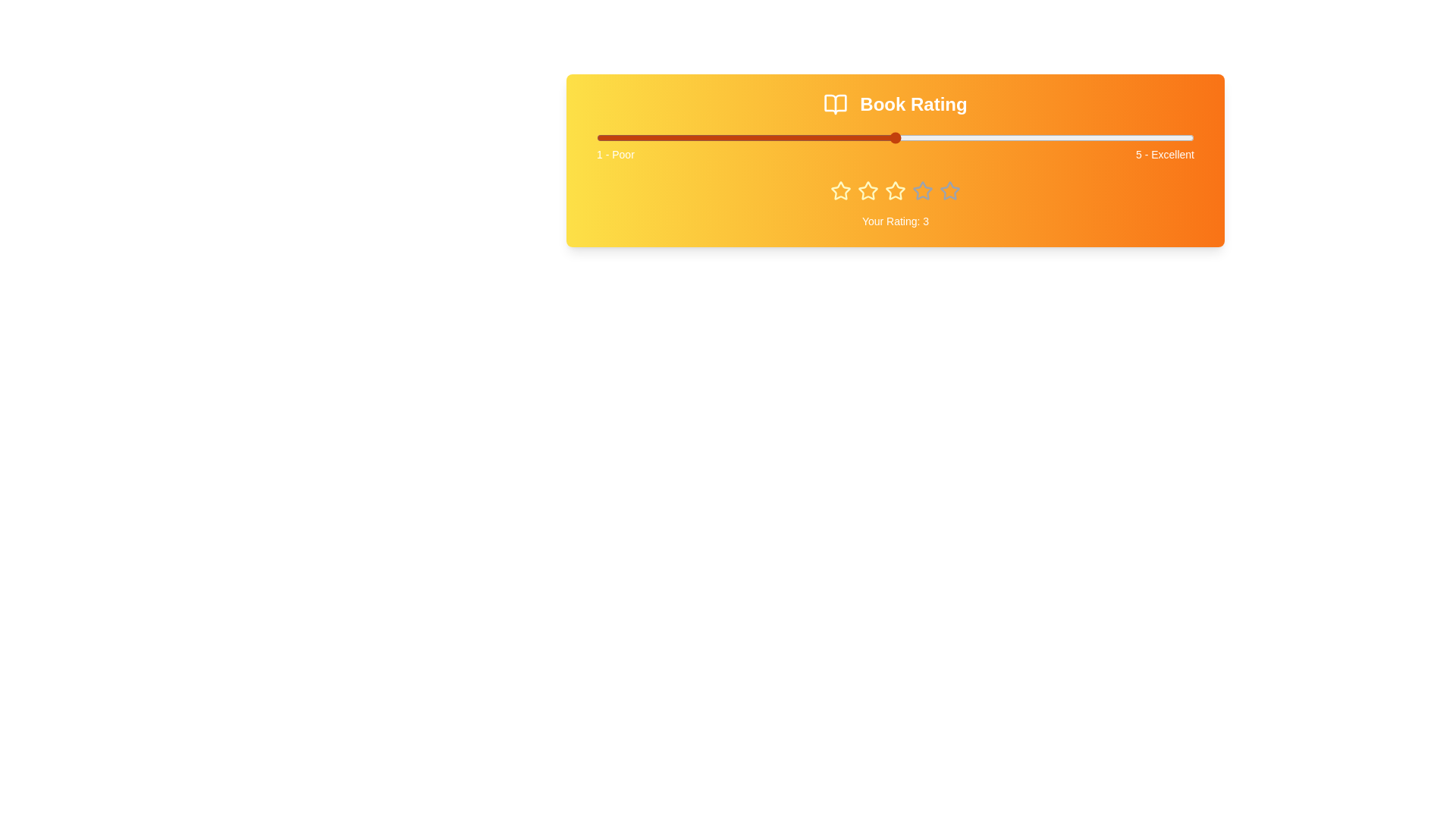  Describe the element at coordinates (895, 155) in the screenshot. I see `the text label component that spans horizontally below the slider bar, containing '1 - Poor' on the left and '5 - Excellent' on the right` at that location.